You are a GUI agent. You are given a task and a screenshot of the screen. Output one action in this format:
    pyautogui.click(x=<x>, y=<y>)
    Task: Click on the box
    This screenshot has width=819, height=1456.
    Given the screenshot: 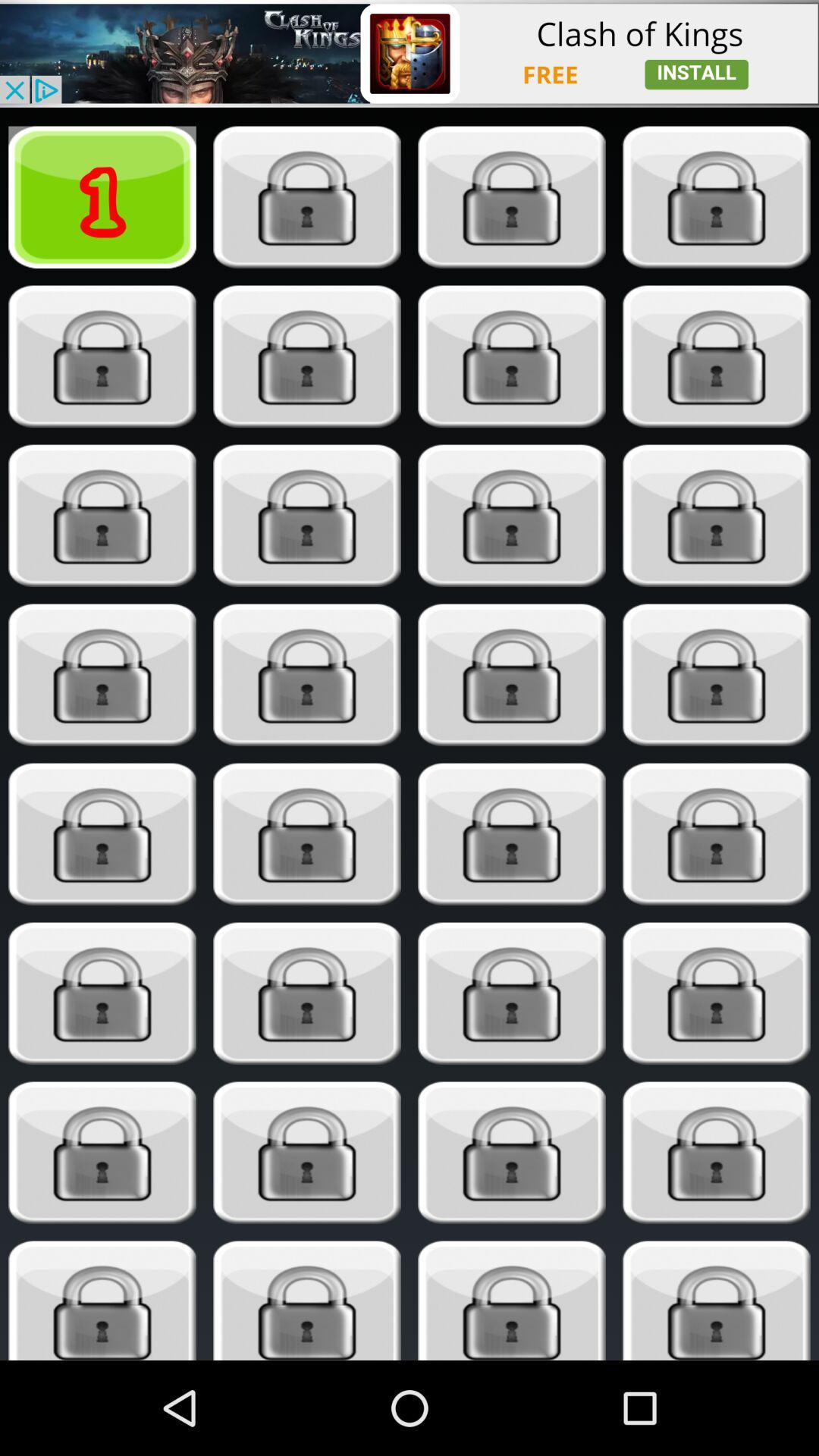 What is the action you would take?
    pyautogui.click(x=102, y=833)
    